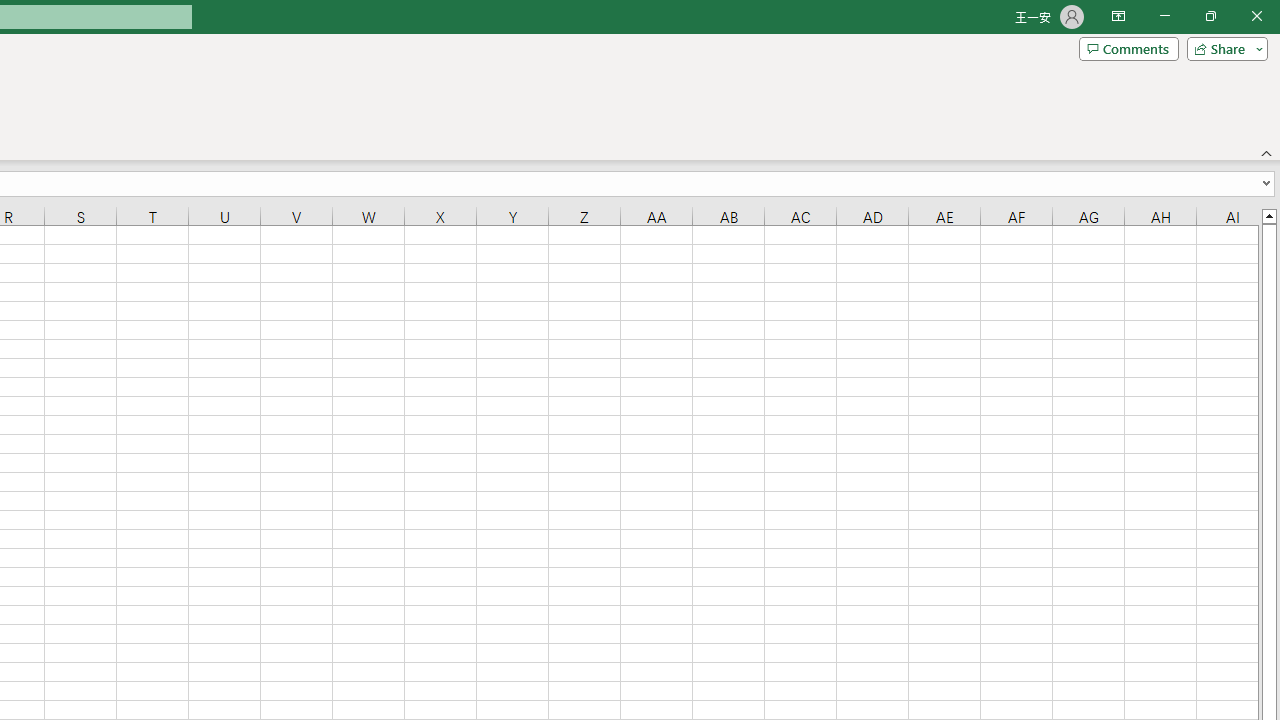  Describe the element at coordinates (1164, 16) in the screenshot. I see `'Minimize'` at that location.